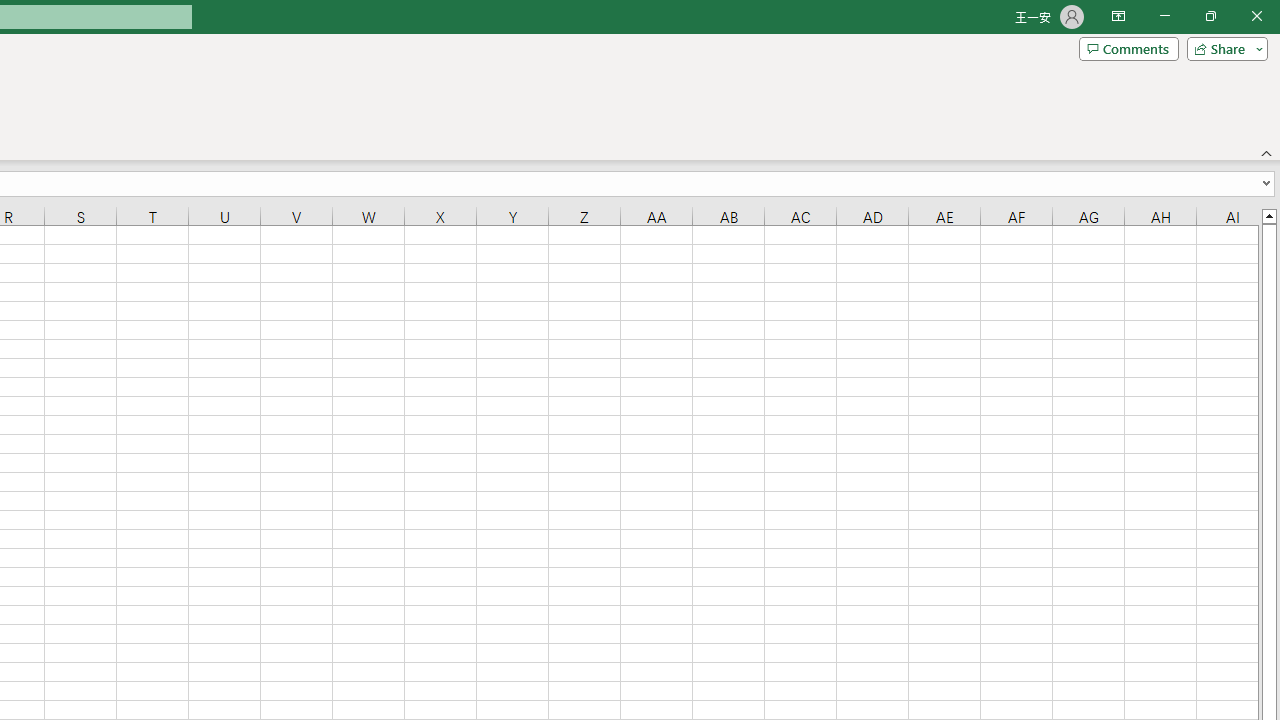  Describe the element at coordinates (1164, 16) in the screenshot. I see `'Minimize'` at that location.